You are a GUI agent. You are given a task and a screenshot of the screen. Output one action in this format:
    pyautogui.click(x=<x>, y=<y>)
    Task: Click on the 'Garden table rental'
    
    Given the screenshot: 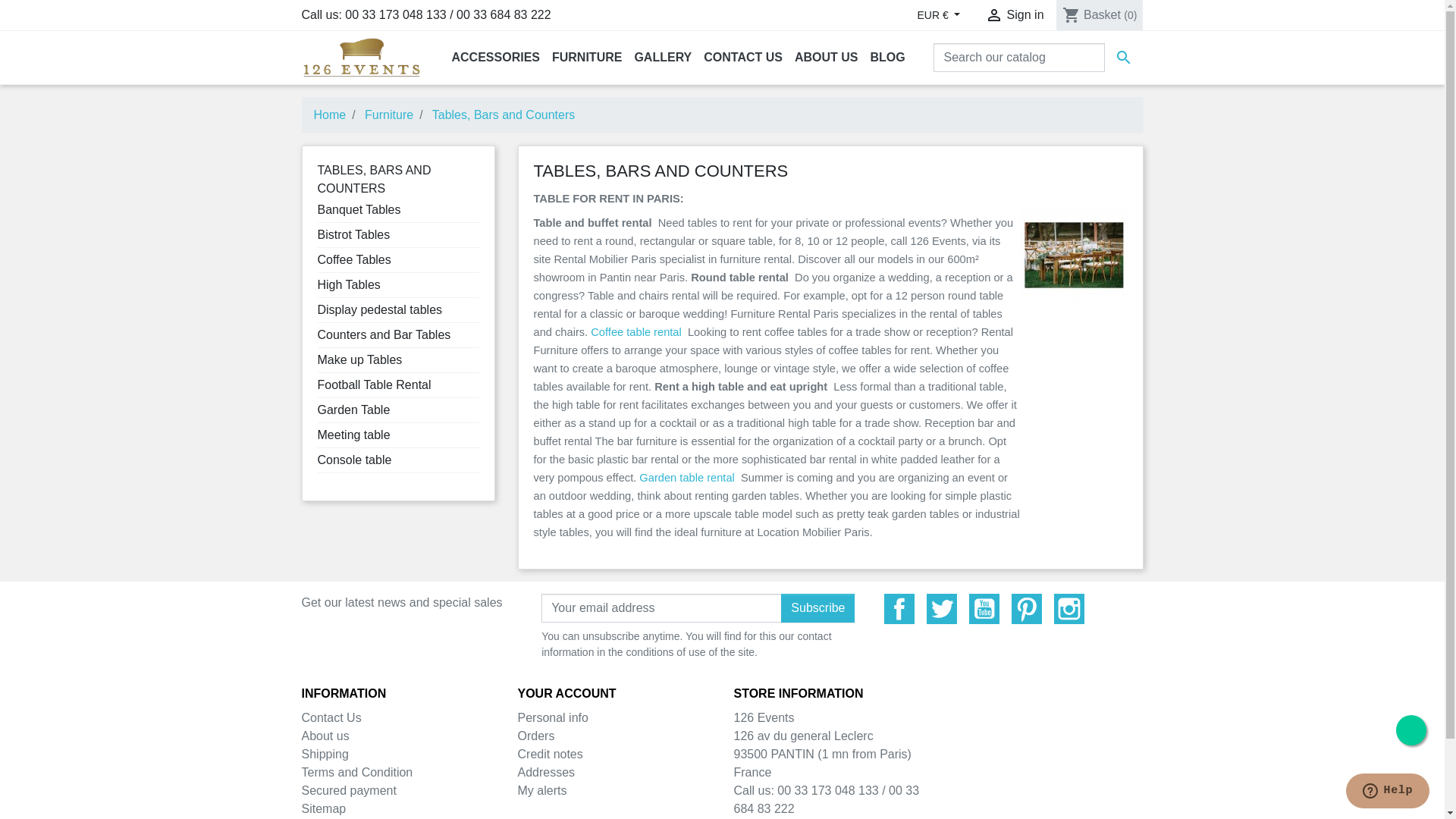 What is the action you would take?
    pyautogui.click(x=686, y=476)
    